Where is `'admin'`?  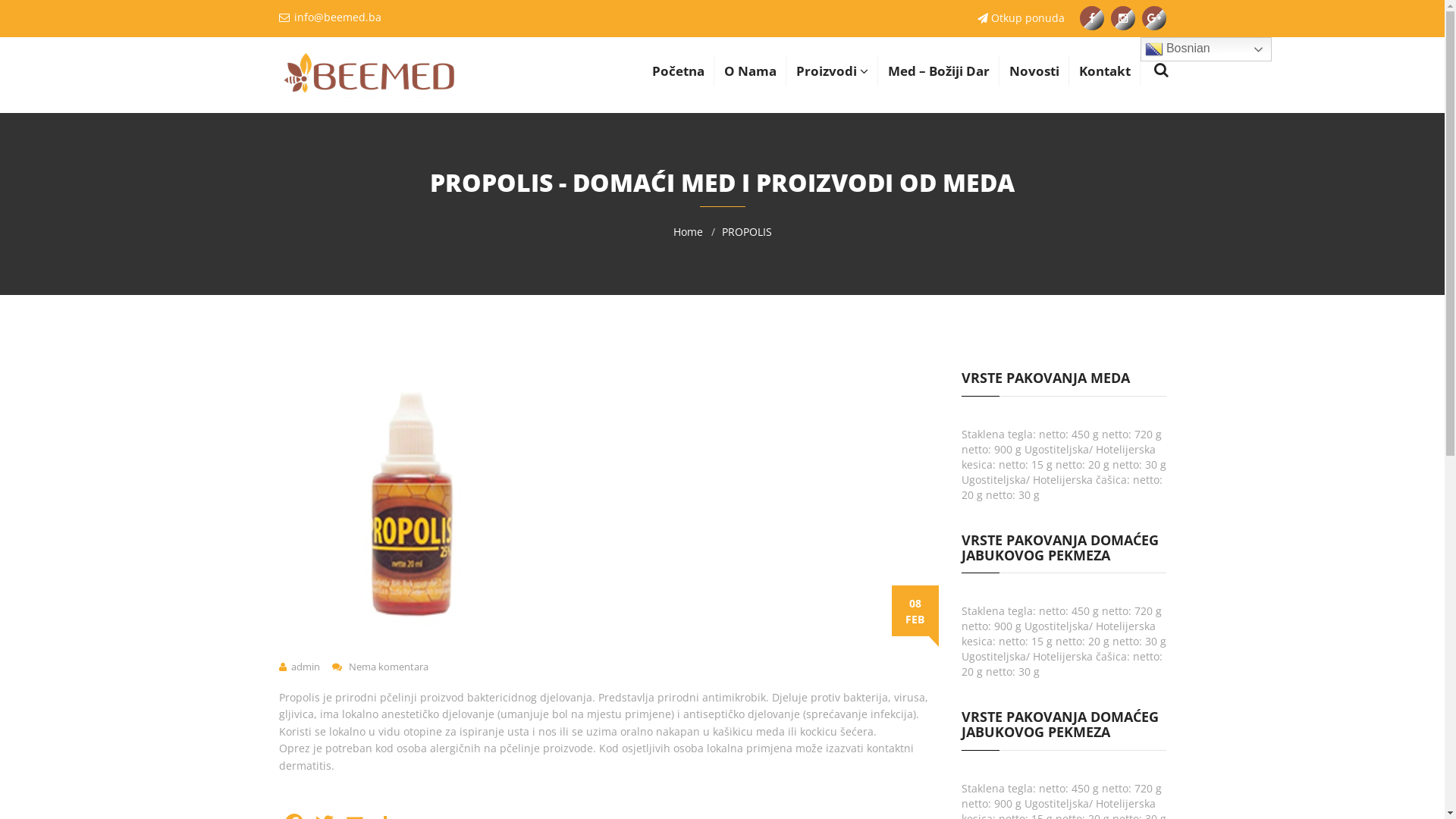
'admin' is located at coordinates (305, 666).